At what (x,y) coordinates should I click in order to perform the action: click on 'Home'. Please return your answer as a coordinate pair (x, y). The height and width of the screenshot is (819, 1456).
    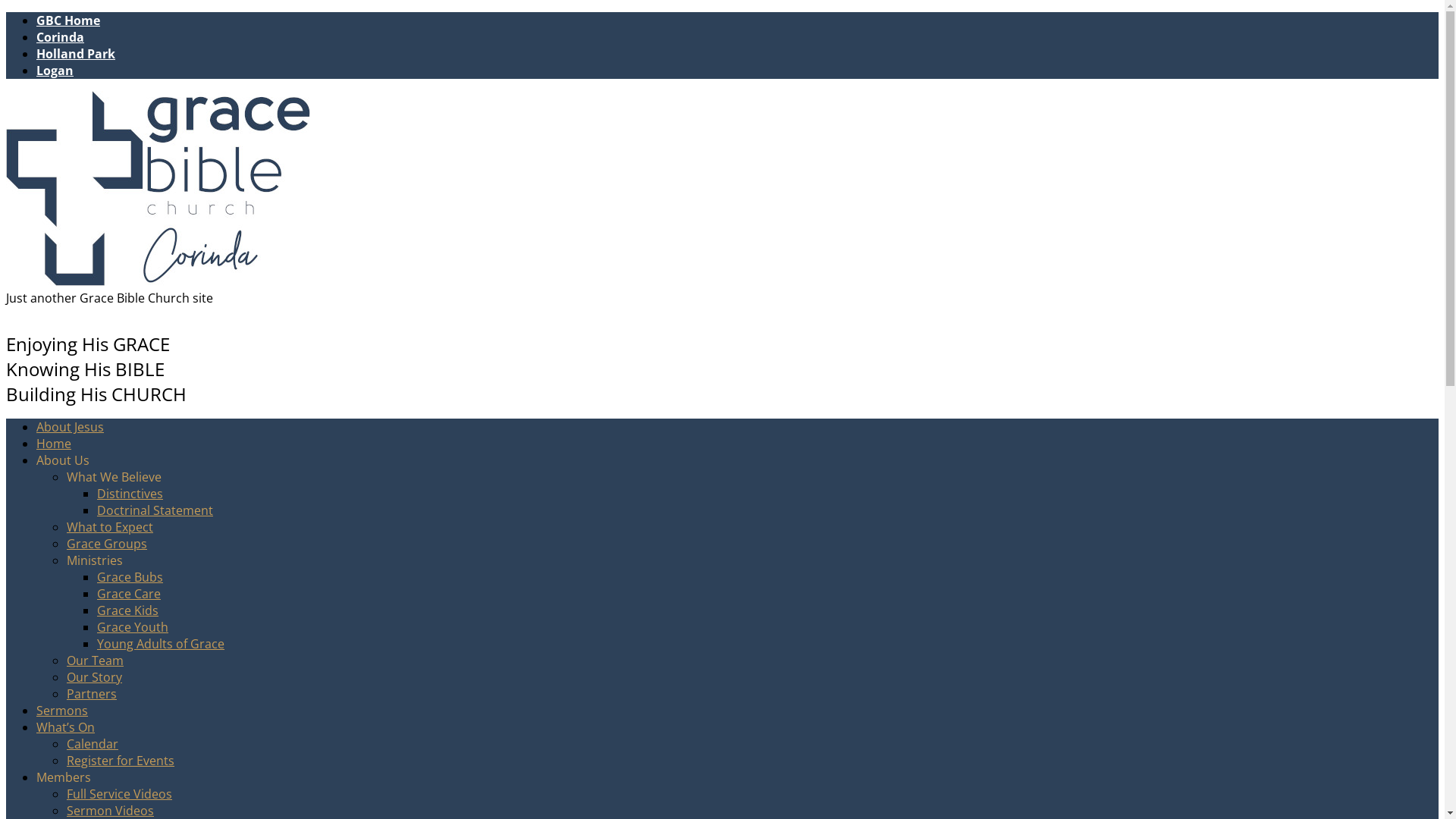
    Looking at the image, I should click on (54, 444).